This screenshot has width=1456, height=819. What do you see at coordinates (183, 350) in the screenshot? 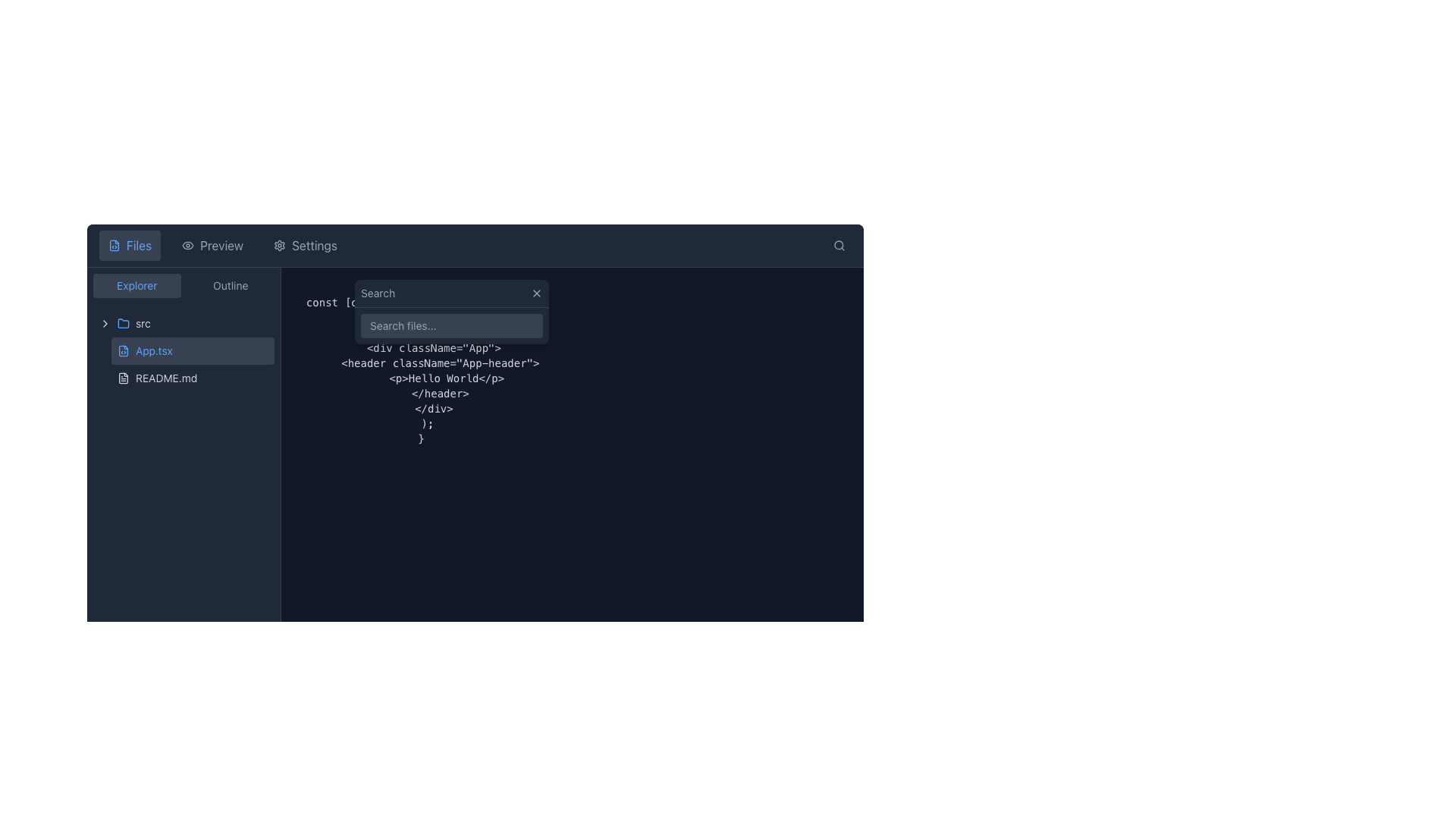
I see `the highlighted file entry 'App.tsx' in the navigation panel` at bounding box center [183, 350].